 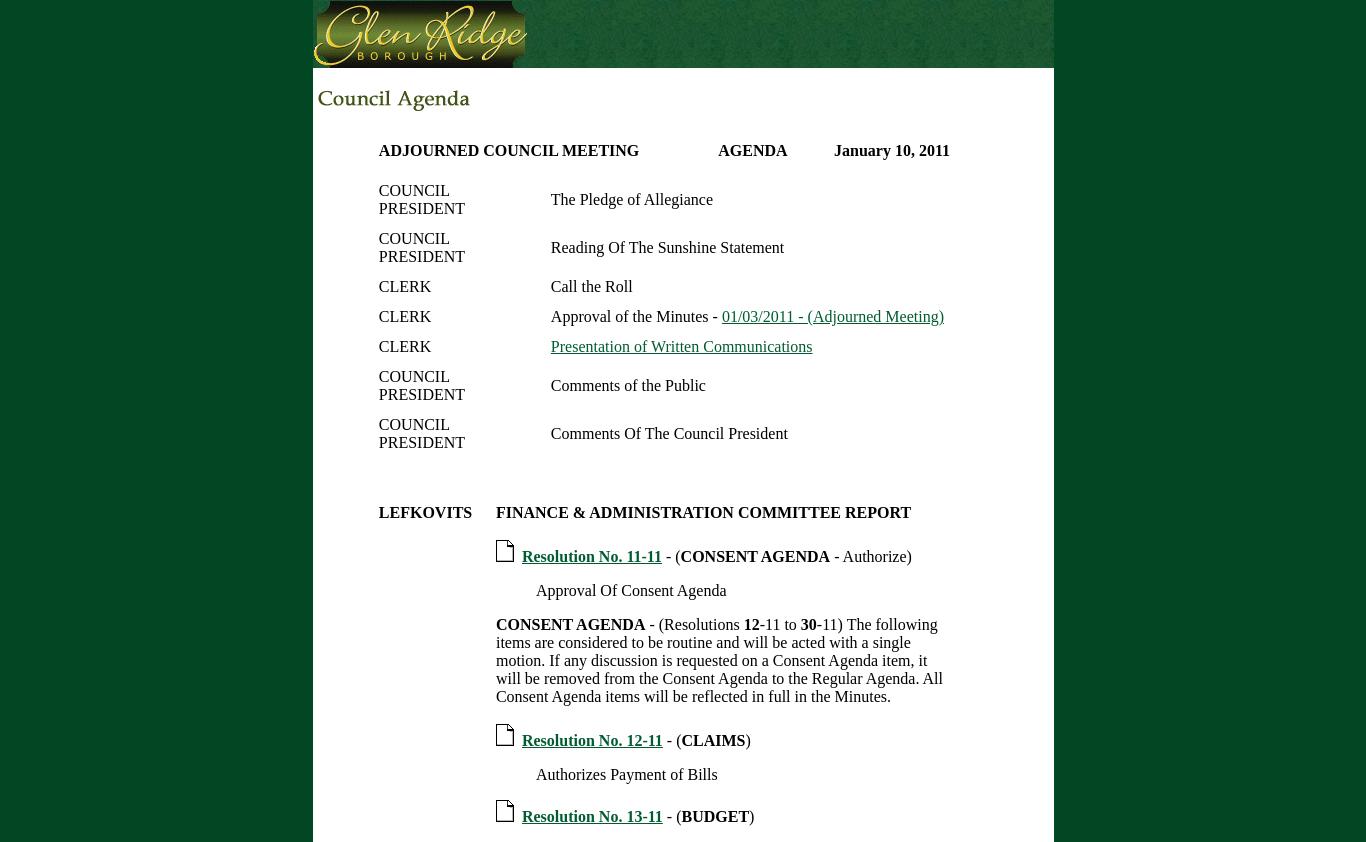 What do you see at coordinates (694, 623) in the screenshot?
I see `'- (Resolutions'` at bounding box center [694, 623].